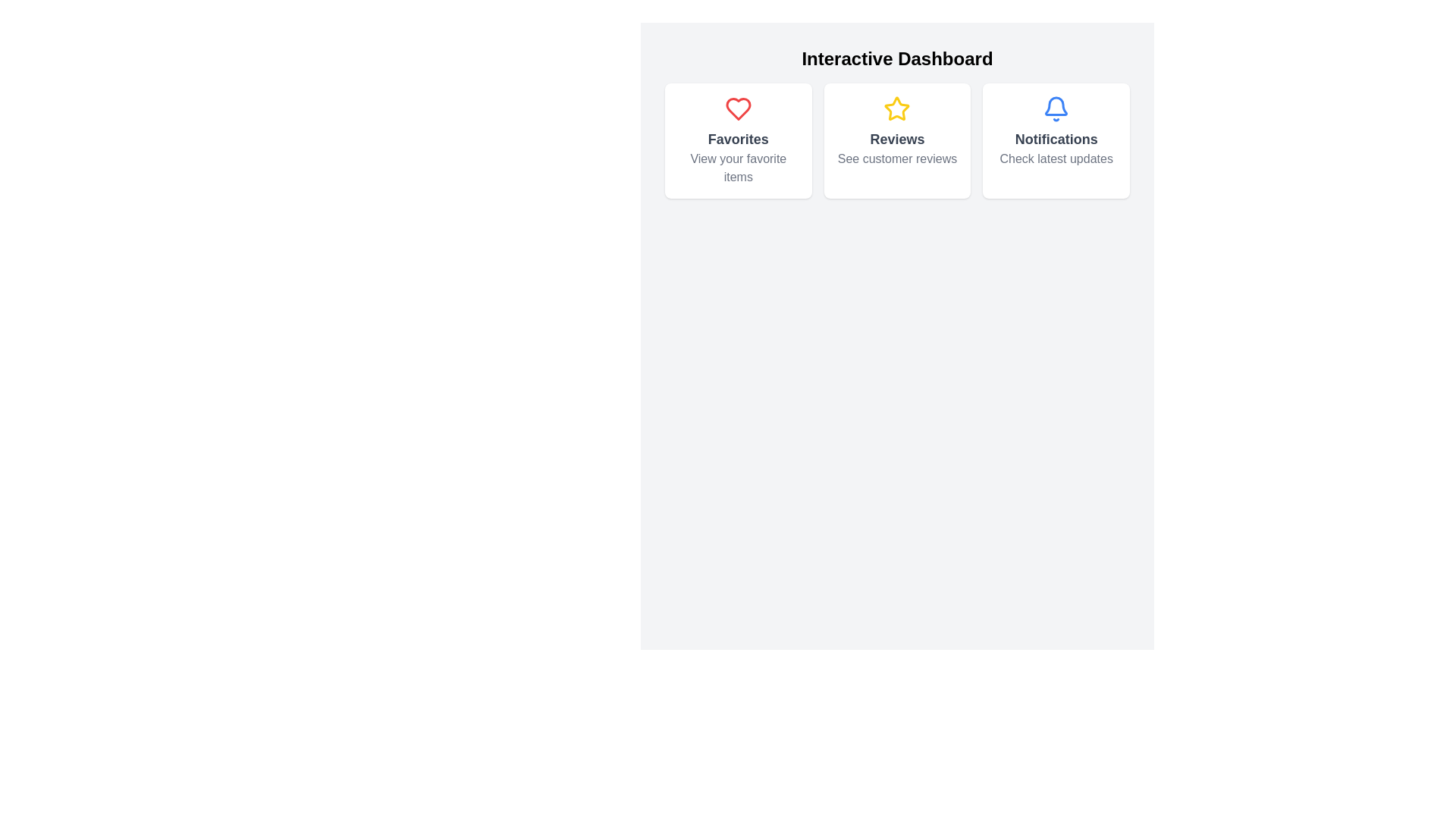  What do you see at coordinates (738, 108) in the screenshot?
I see `the red heart-shaped icon located in the 'Favorites' section of the dashboard, which is centered above the label 'Favorites'` at bounding box center [738, 108].